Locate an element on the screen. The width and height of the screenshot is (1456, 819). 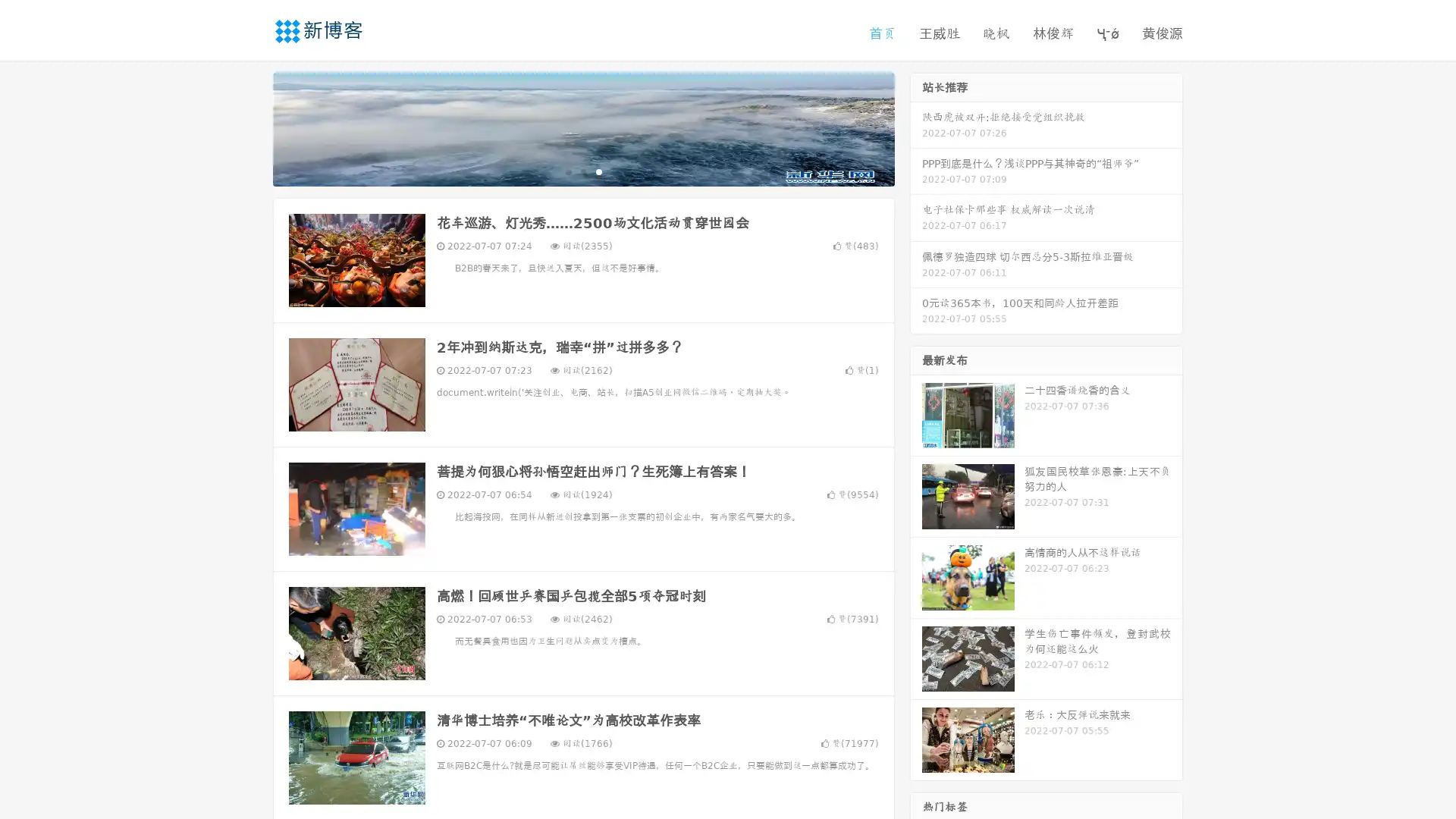
Go to slide 3 is located at coordinates (598, 171).